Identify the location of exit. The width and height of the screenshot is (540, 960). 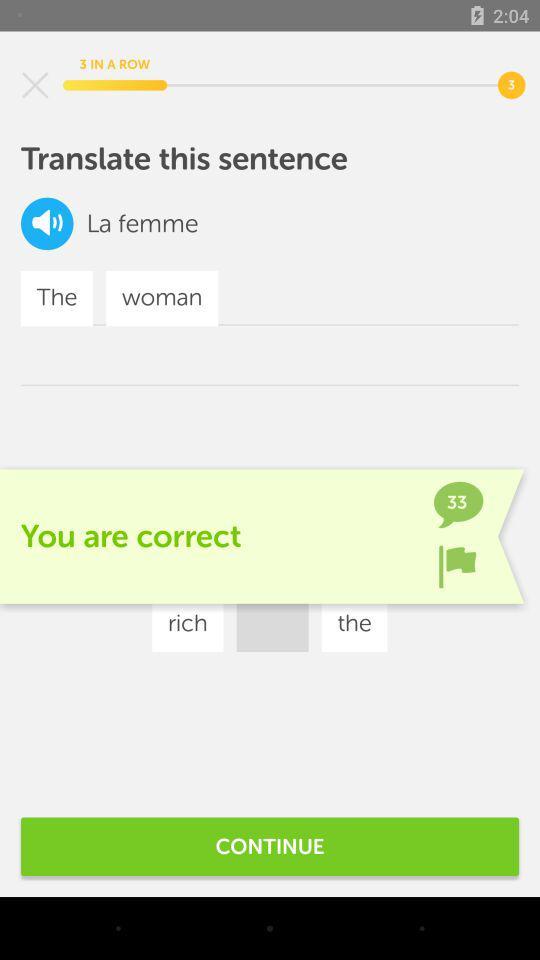
(35, 85).